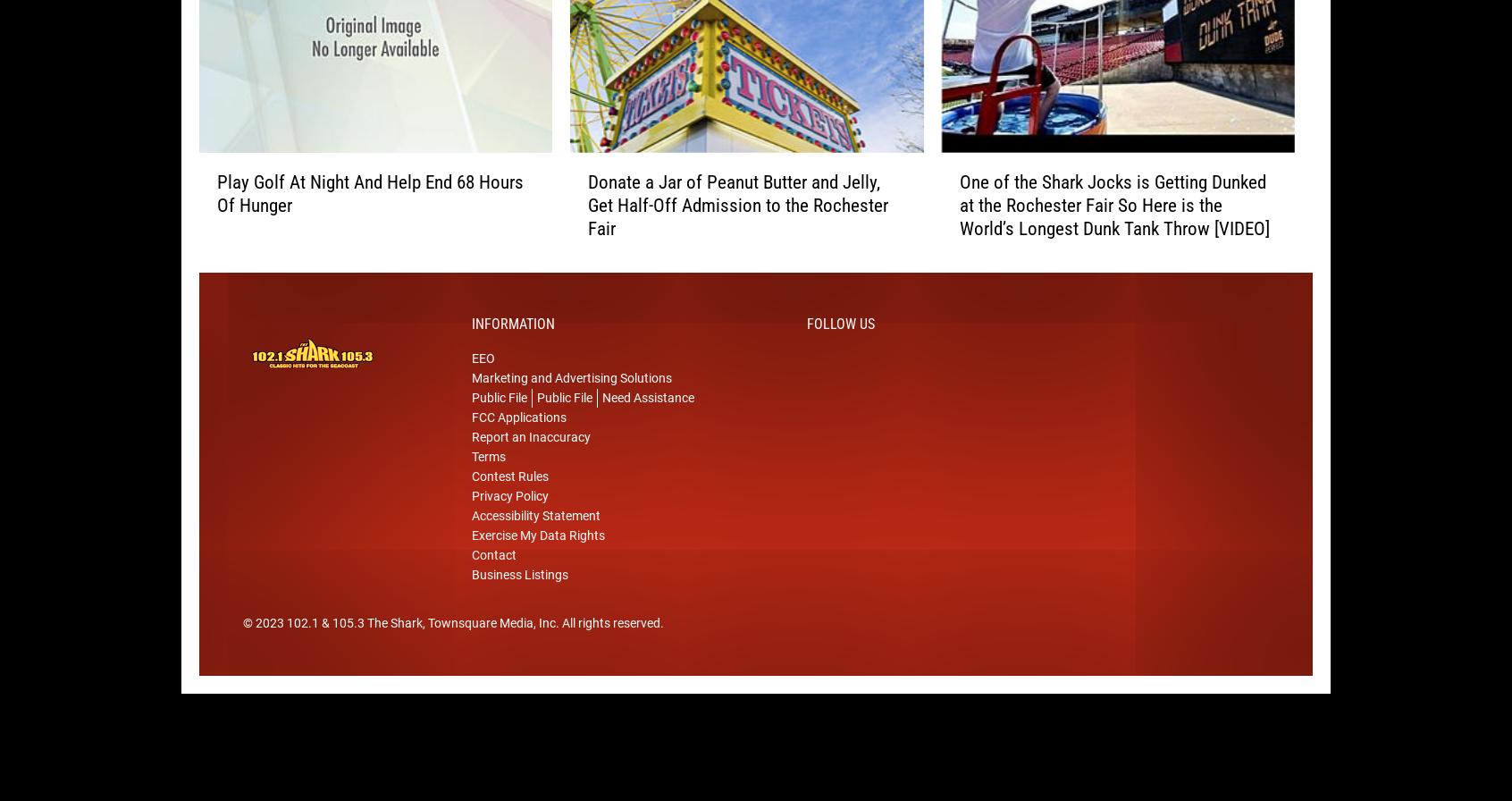 Image resolution: width=1512 pixels, height=801 pixels. What do you see at coordinates (509, 523) in the screenshot?
I see `'Privacy Policy'` at bounding box center [509, 523].